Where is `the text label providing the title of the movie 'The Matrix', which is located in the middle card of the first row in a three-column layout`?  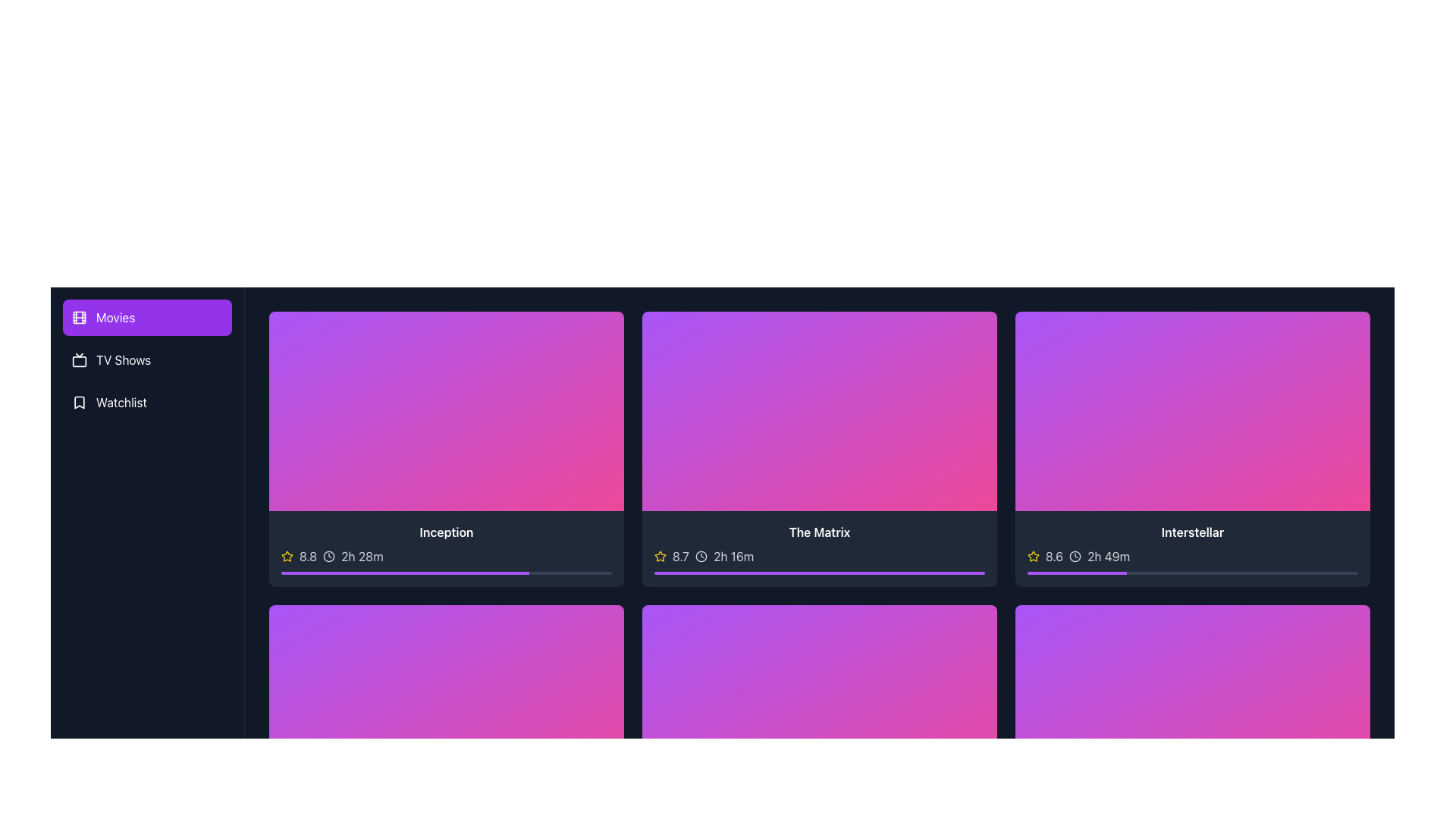
the text label providing the title of the movie 'The Matrix', which is located in the middle card of the first row in a three-column layout is located at coordinates (818, 532).